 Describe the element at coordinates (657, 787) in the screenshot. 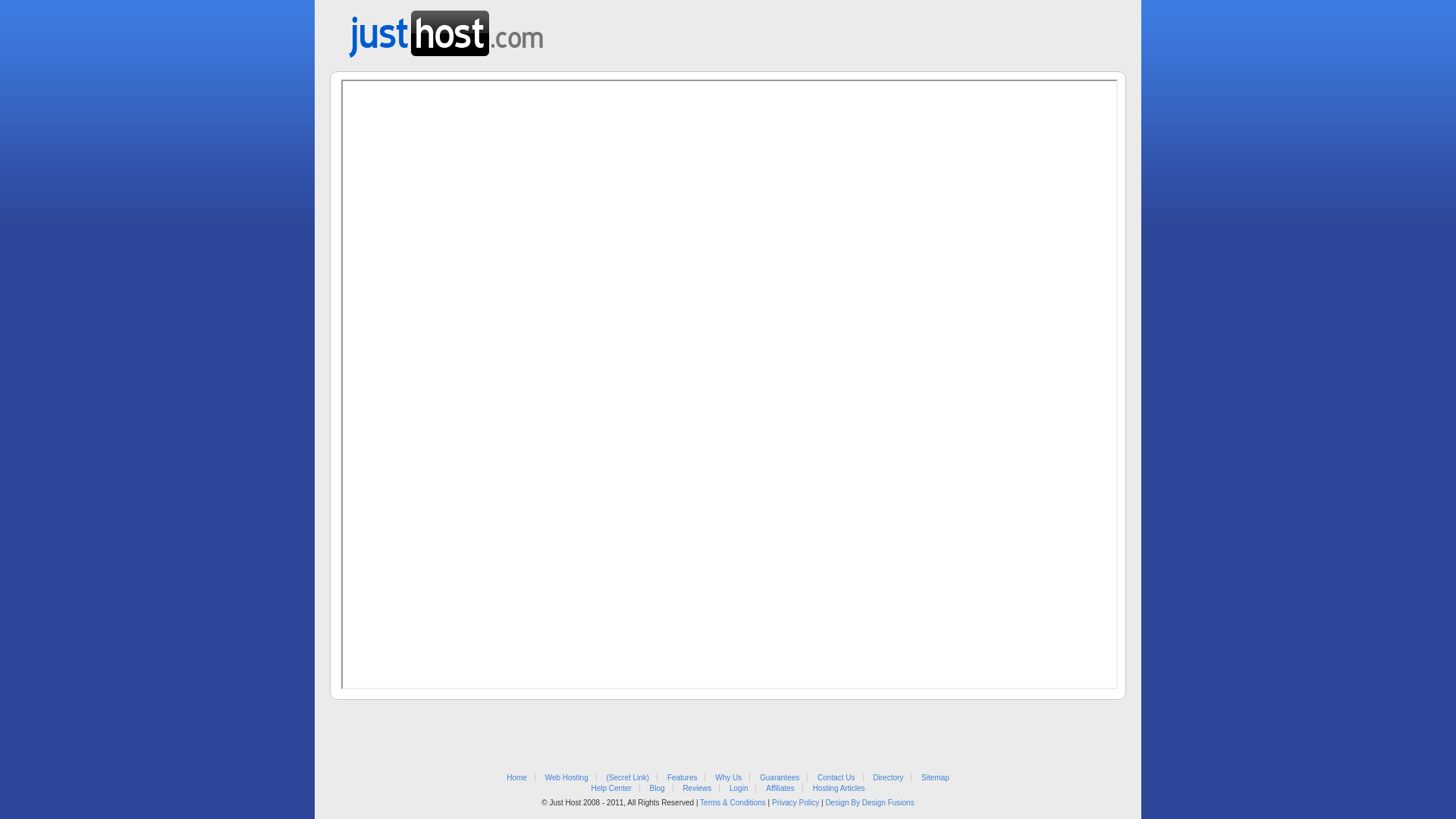

I see `'Blog'` at that location.